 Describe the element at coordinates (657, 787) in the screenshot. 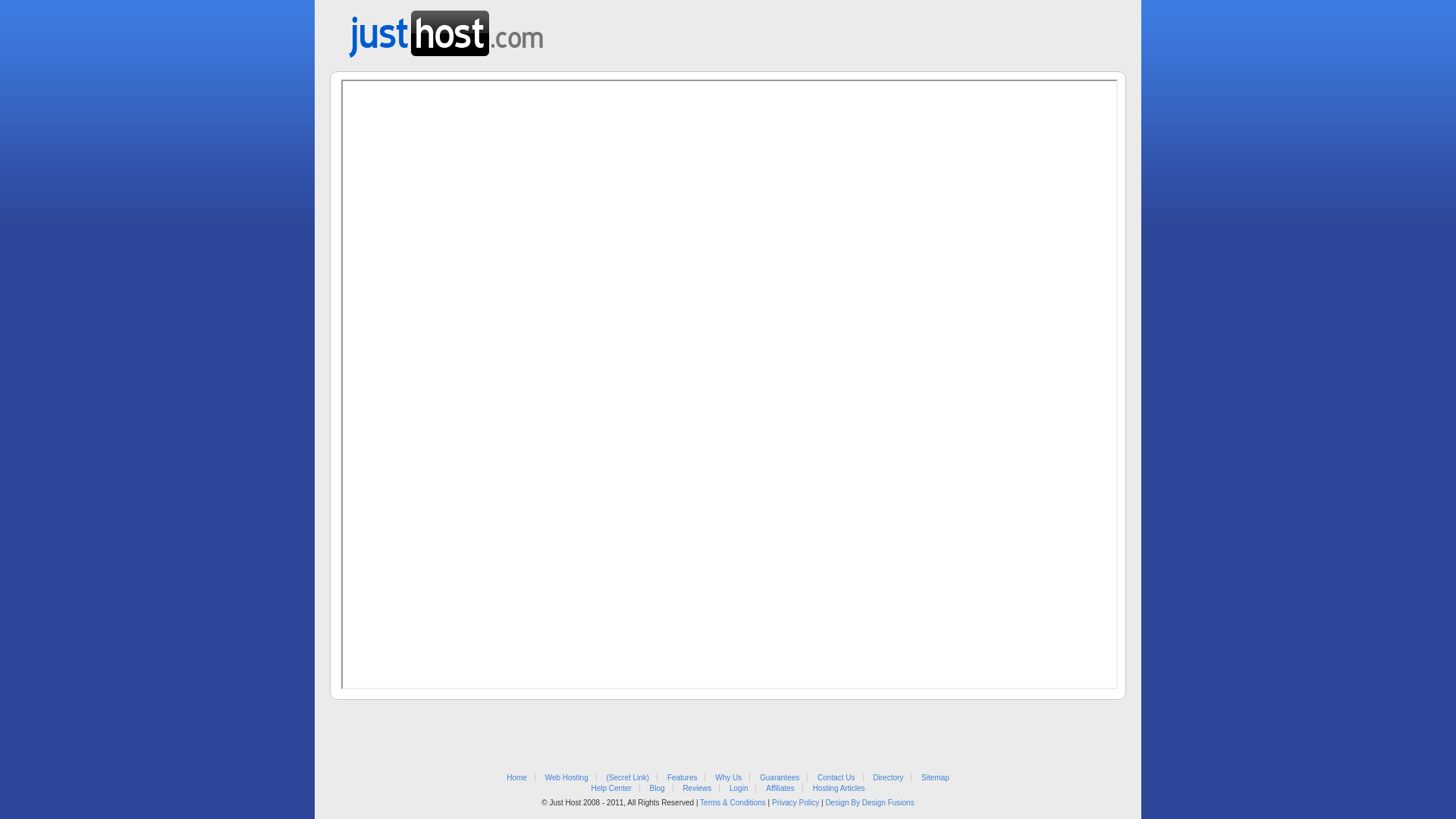

I see `'Blog'` at that location.